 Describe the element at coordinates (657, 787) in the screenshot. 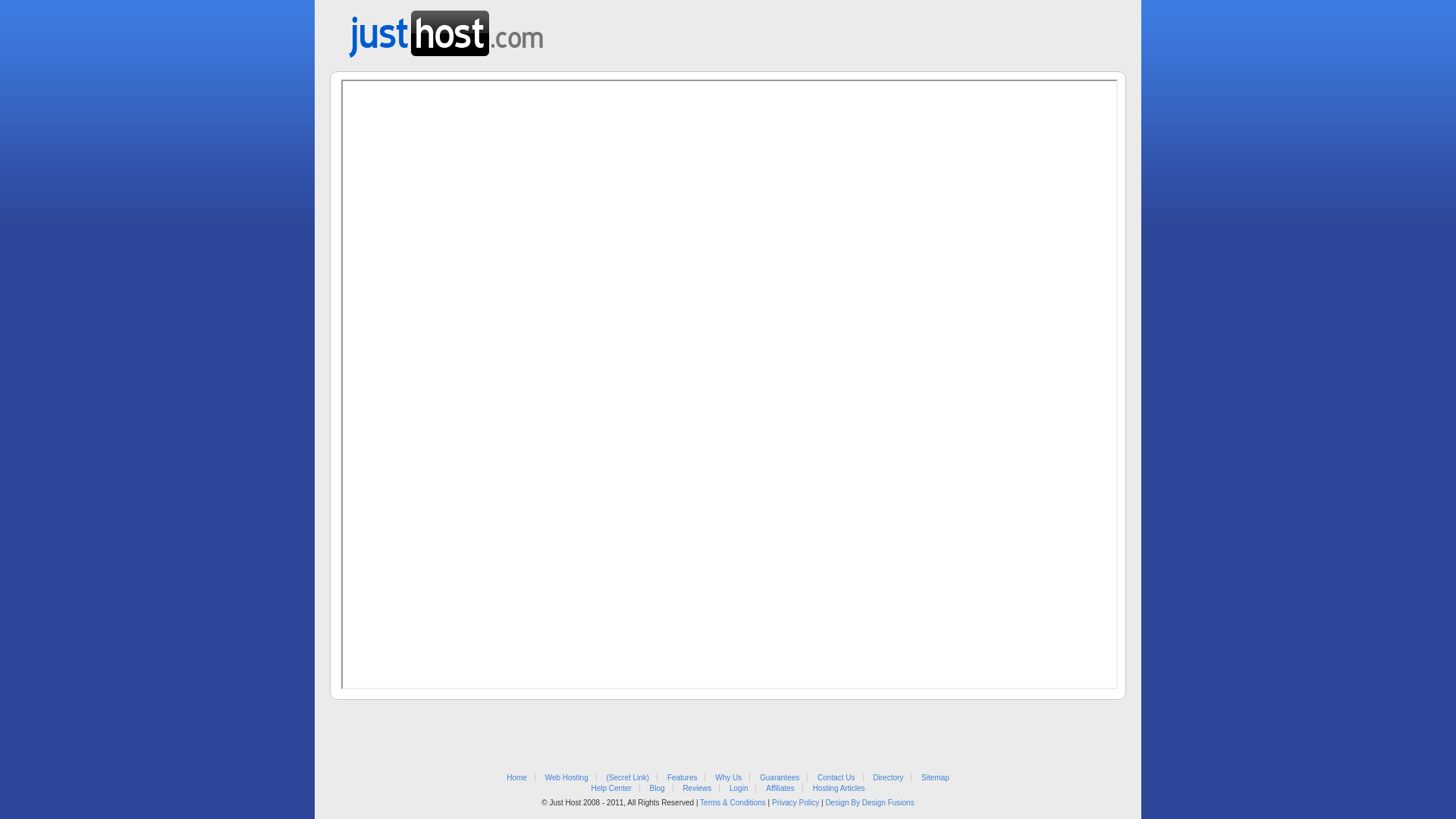

I see `'Blog'` at that location.